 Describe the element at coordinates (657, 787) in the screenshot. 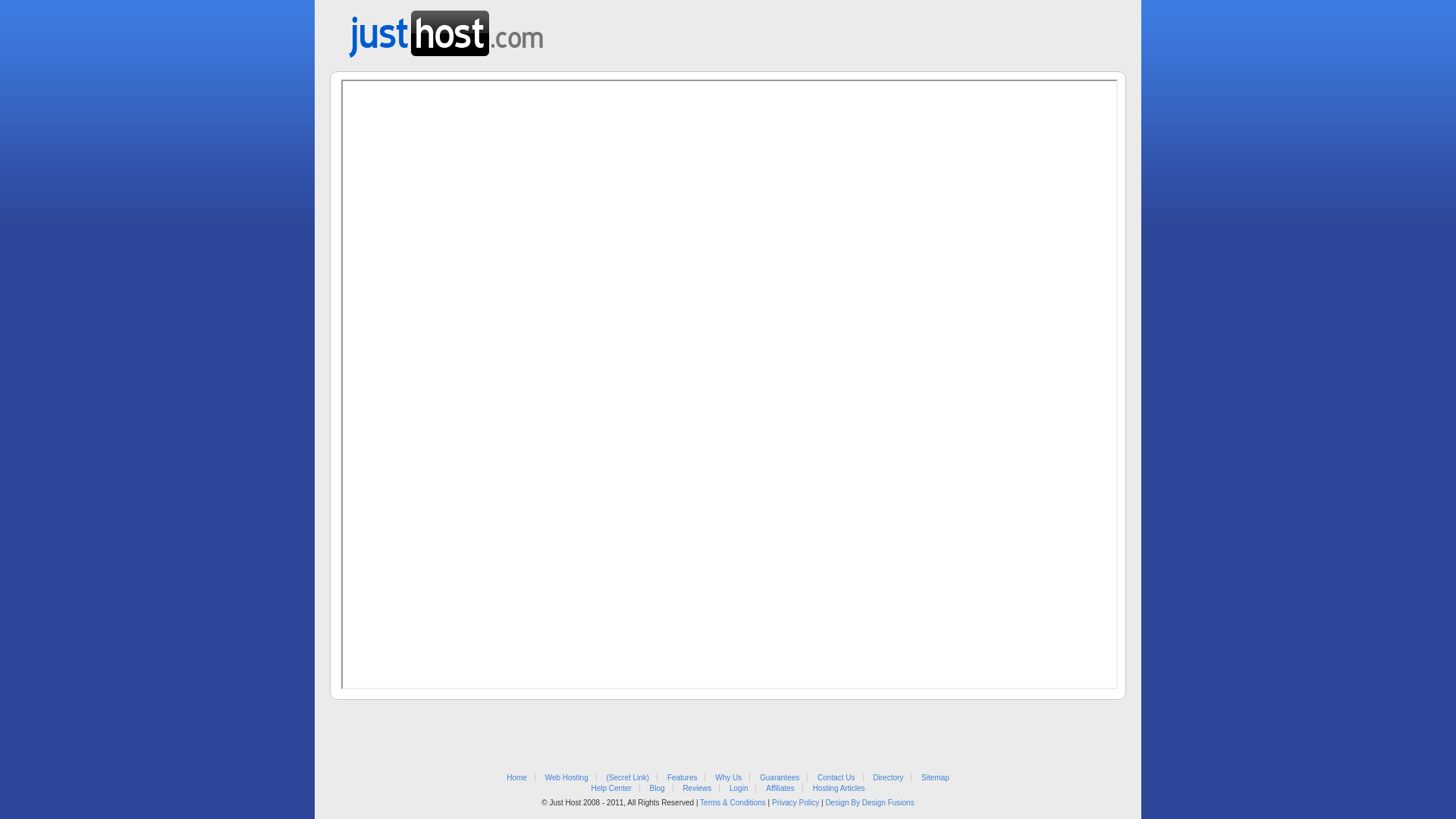

I see `'Blog'` at that location.